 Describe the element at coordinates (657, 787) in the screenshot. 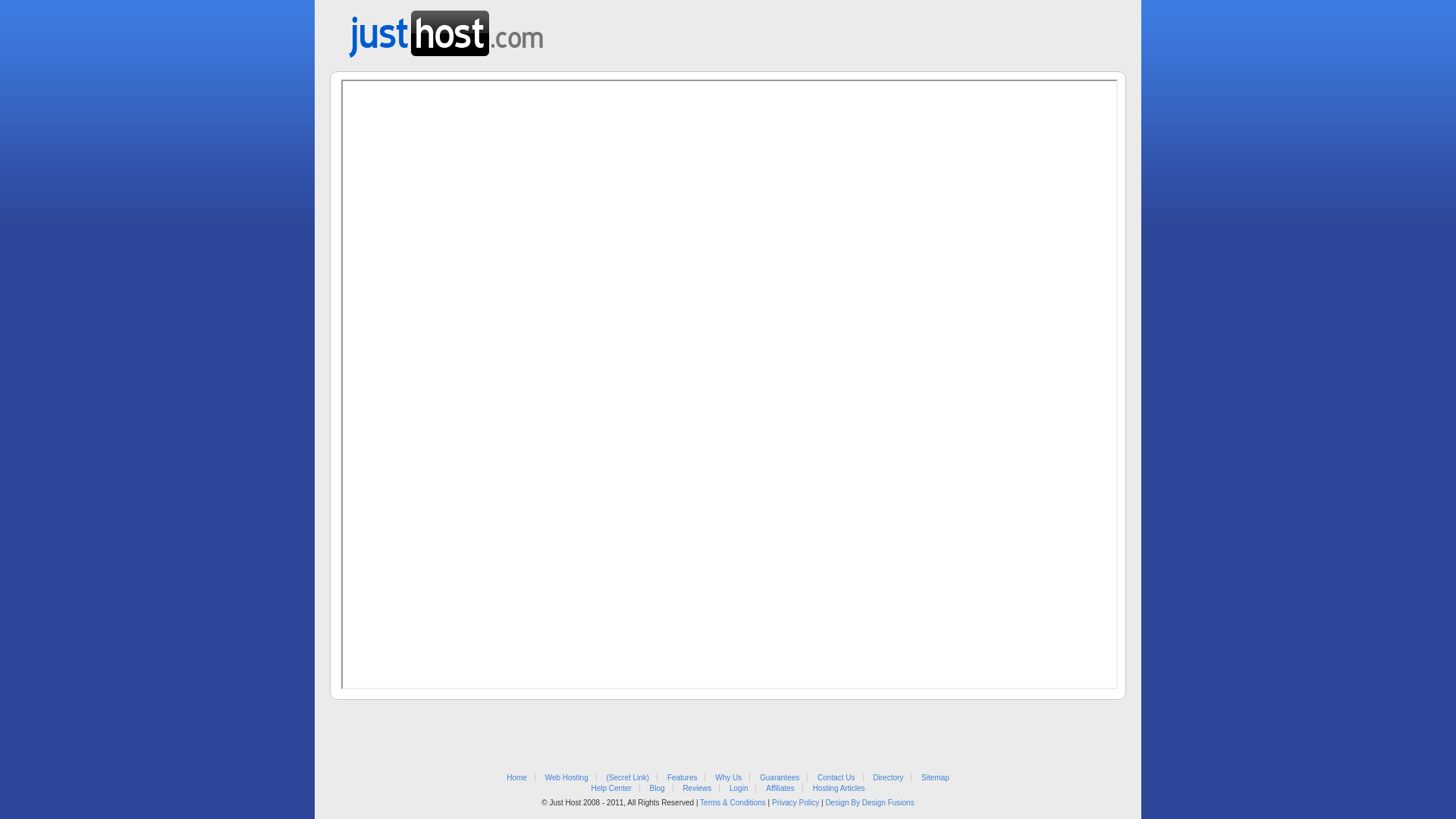

I see `'Blog'` at that location.